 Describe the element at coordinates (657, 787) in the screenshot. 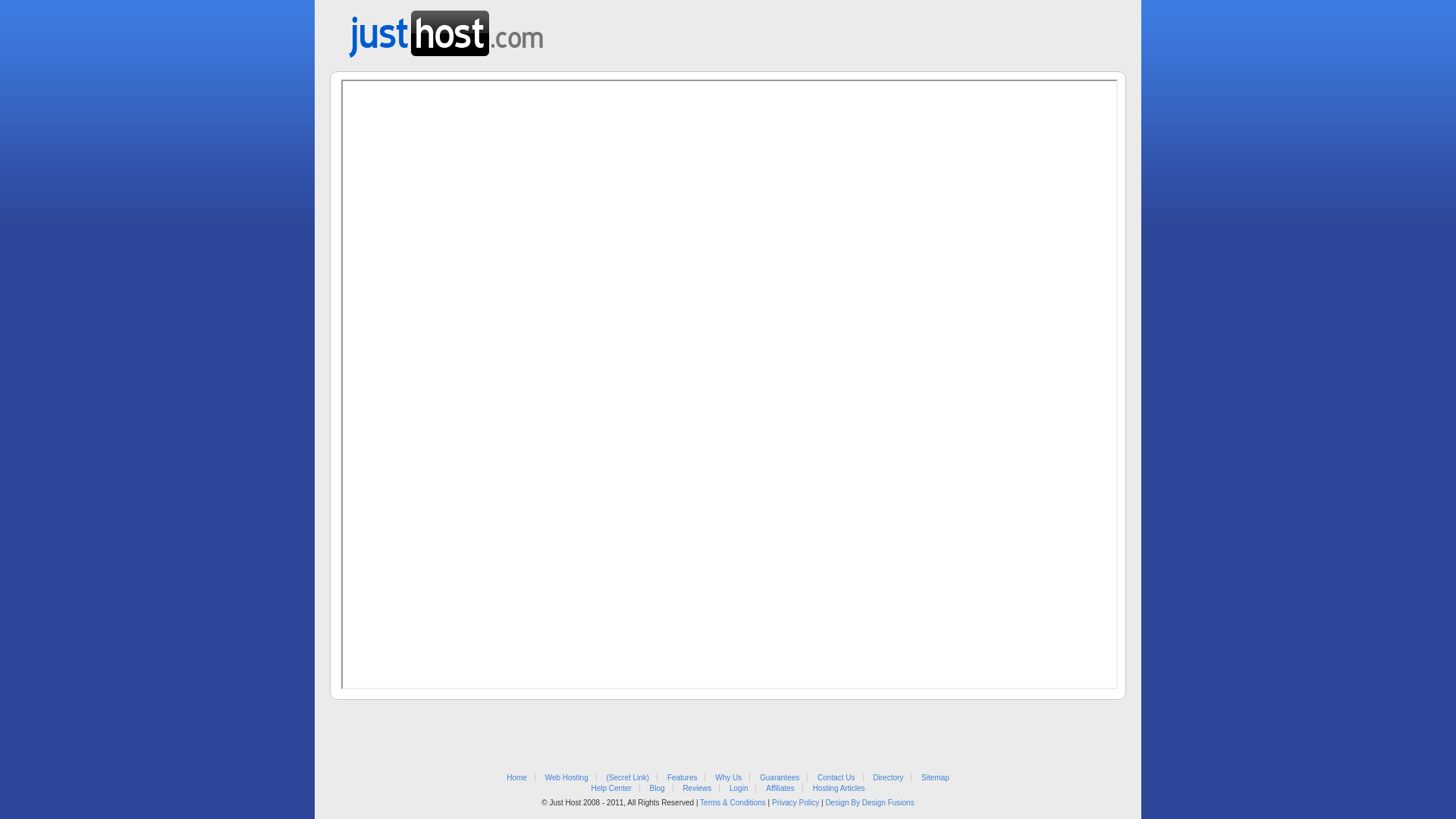

I see `'Blog'` at that location.